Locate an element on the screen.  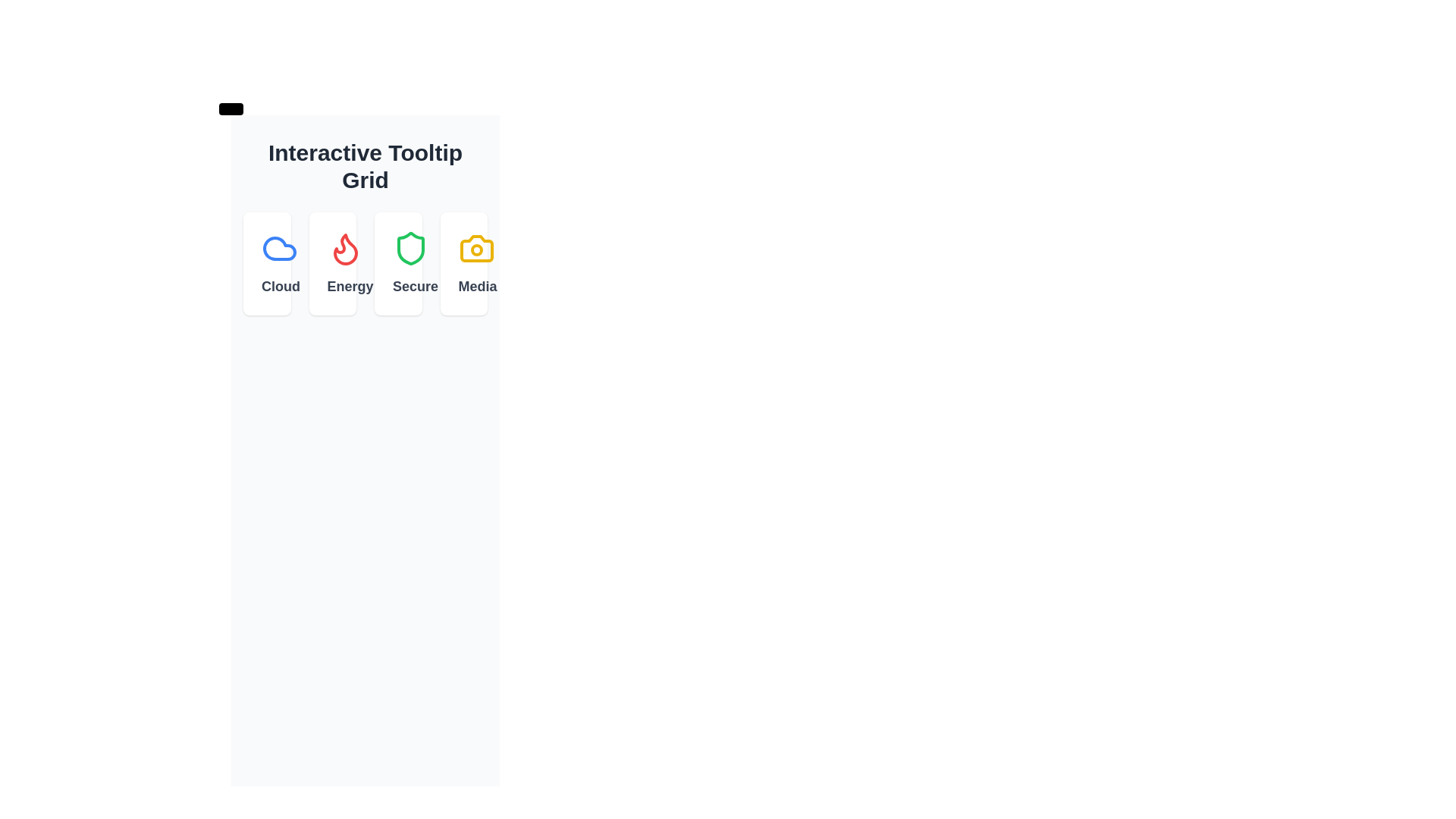
the security Icon in the 'Secure' section of the Interactive Tooltip Grid, which is located between the 'Energy' and 'Media' sections is located at coordinates (411, 247).